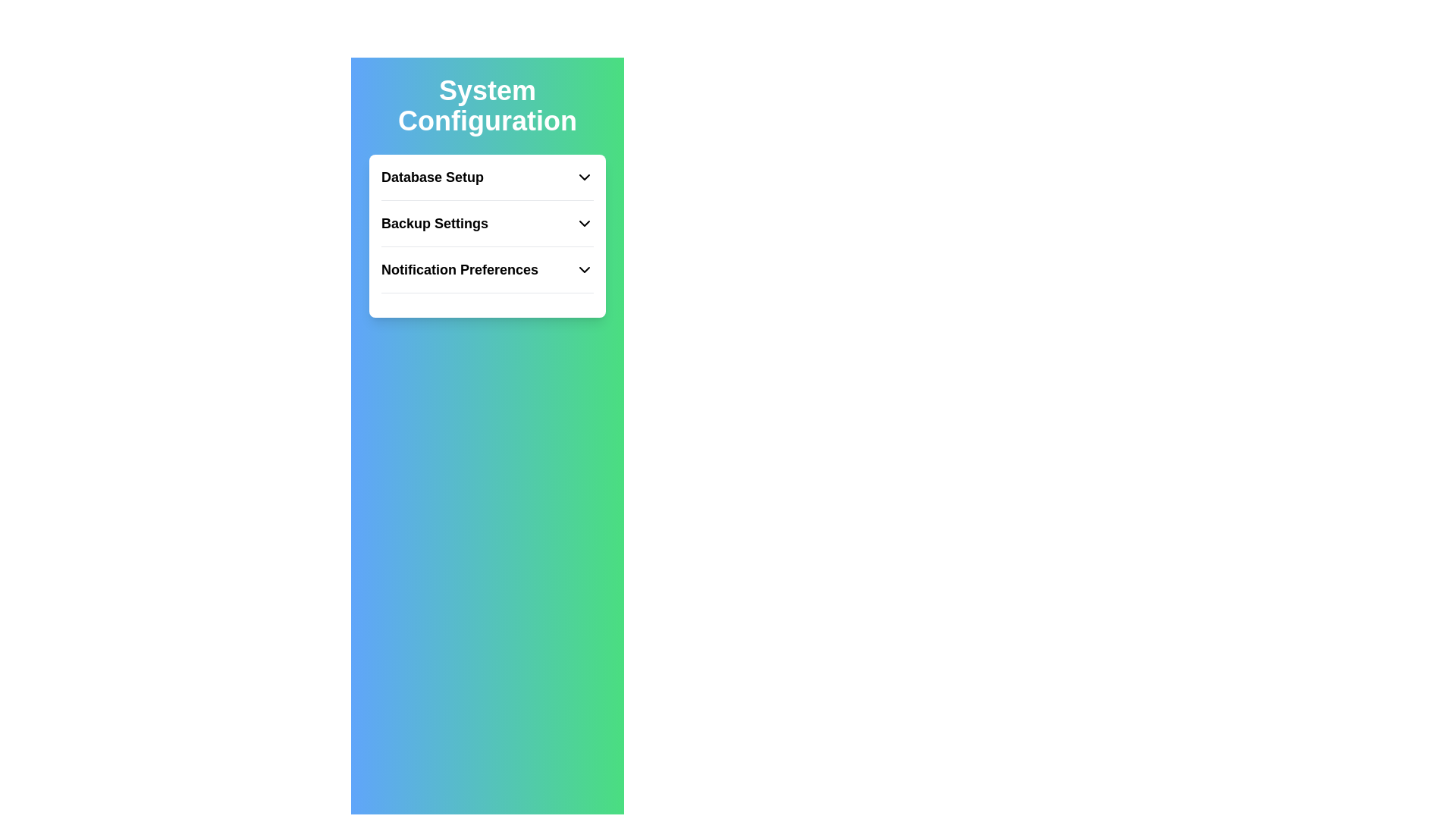 This screenshot has height=819, width=1456. Describe the element at coordinates (584, 268) in the screenshot. I see `the chevron-down icon at the far-right side of the 'Notification Preferences' row` at that location.